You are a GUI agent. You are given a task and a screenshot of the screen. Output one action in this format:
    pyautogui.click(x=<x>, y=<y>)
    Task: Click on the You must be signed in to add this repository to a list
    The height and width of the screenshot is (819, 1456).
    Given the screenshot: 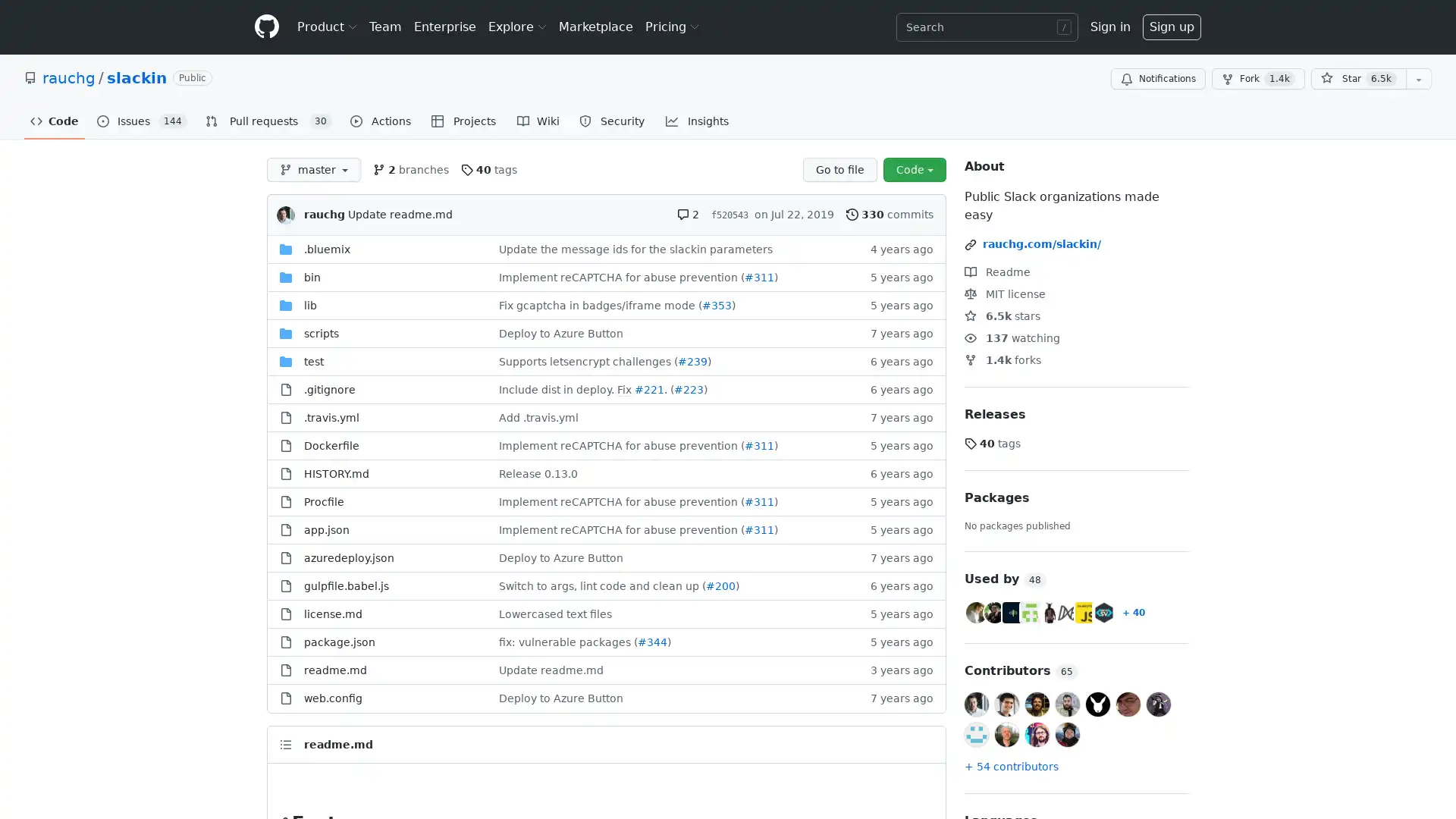 What is the action you would take?
    pyautogui.click(x=1418, y=79)
    